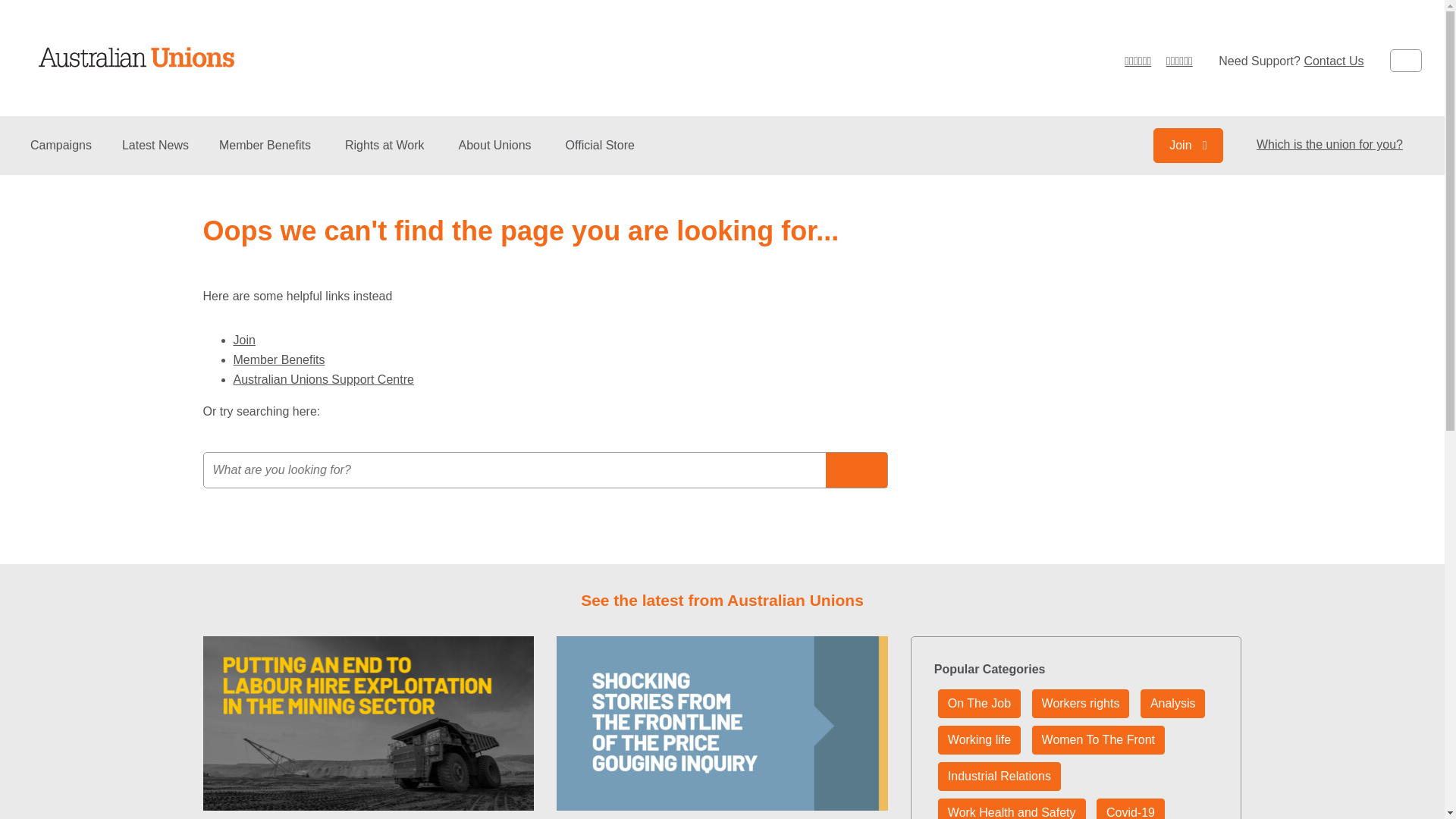  I want to click on 'Working life', so click(979, 739).